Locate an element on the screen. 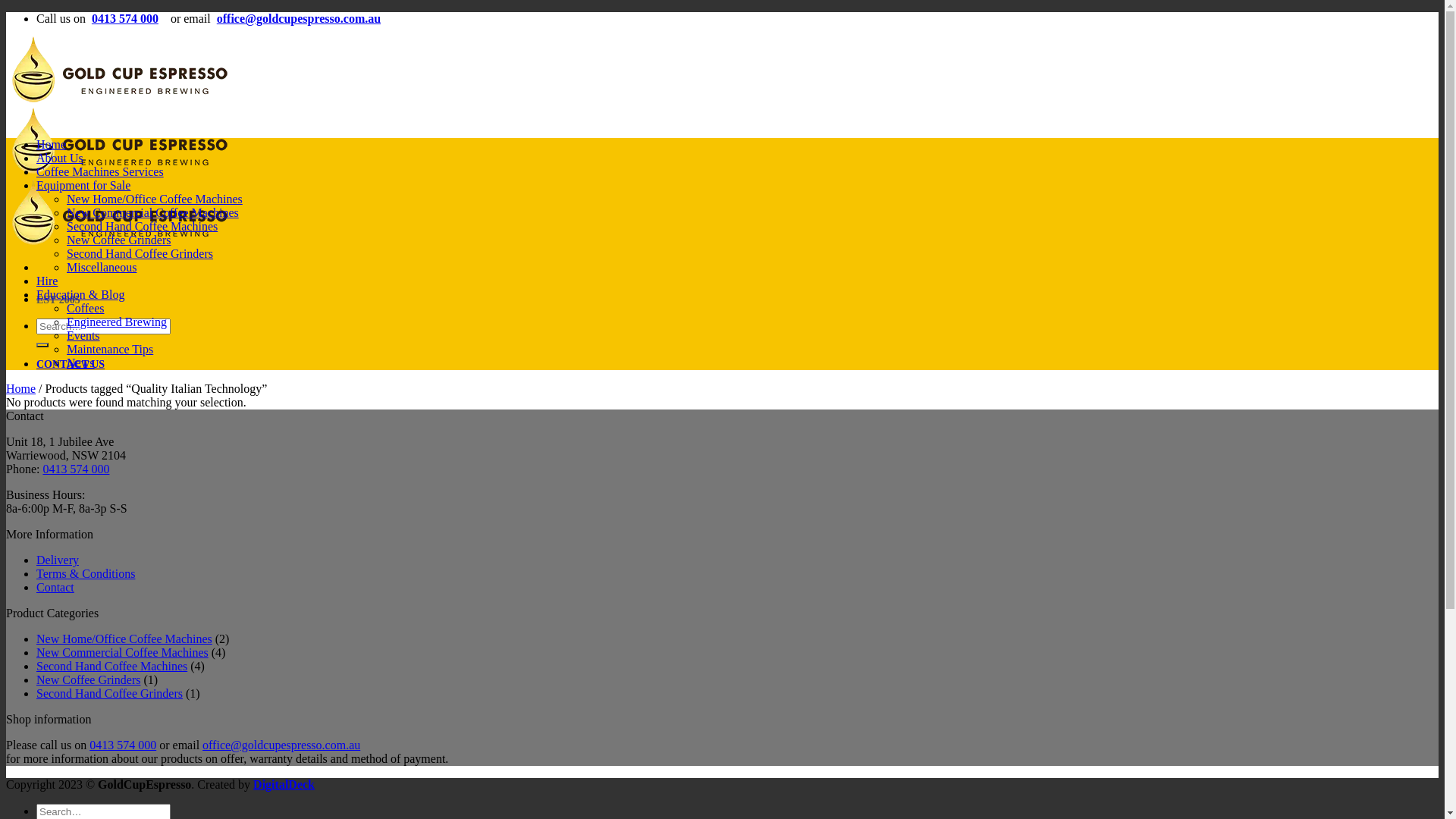 The width and height of the screenshot is (1456, 819). 'Skip to content' is located at coordinates (5, 11).